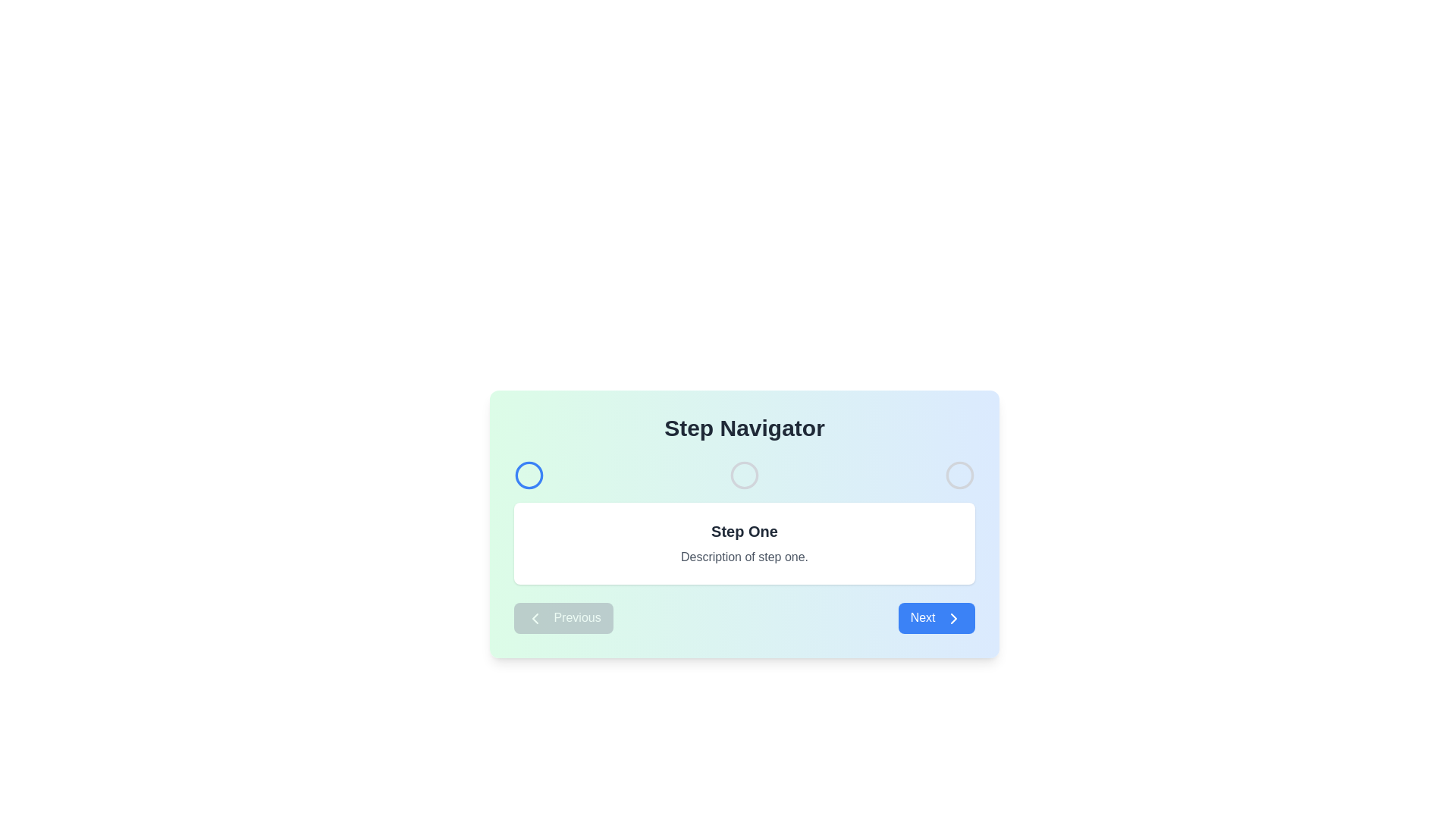 The image size is (1456, 819). I want to click on the circular indicator with a blue border located on the left side of the navigation sequence, so click(529, 475).